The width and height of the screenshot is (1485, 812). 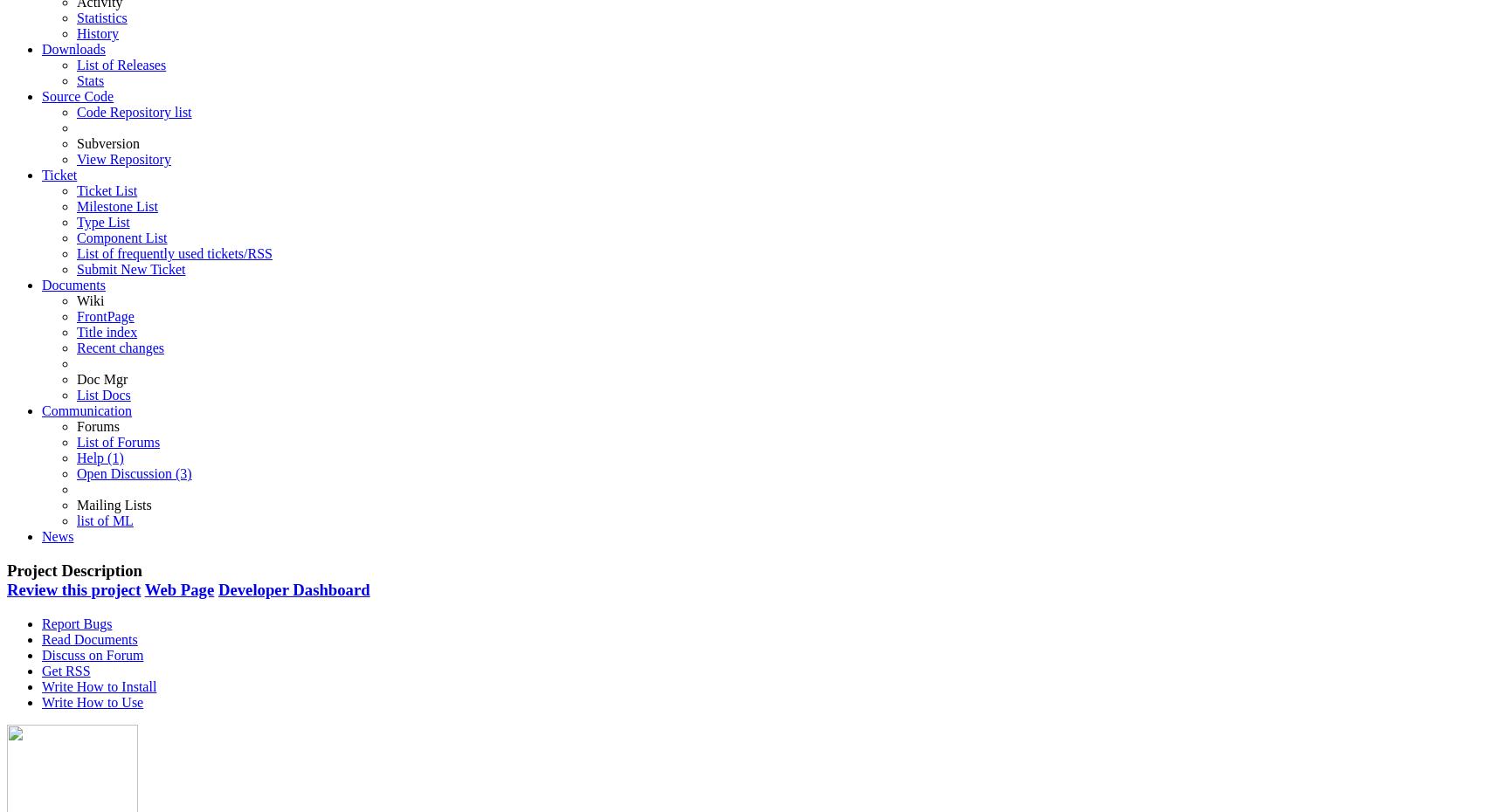 I want to click on 'News', so click(x=57, y=536).